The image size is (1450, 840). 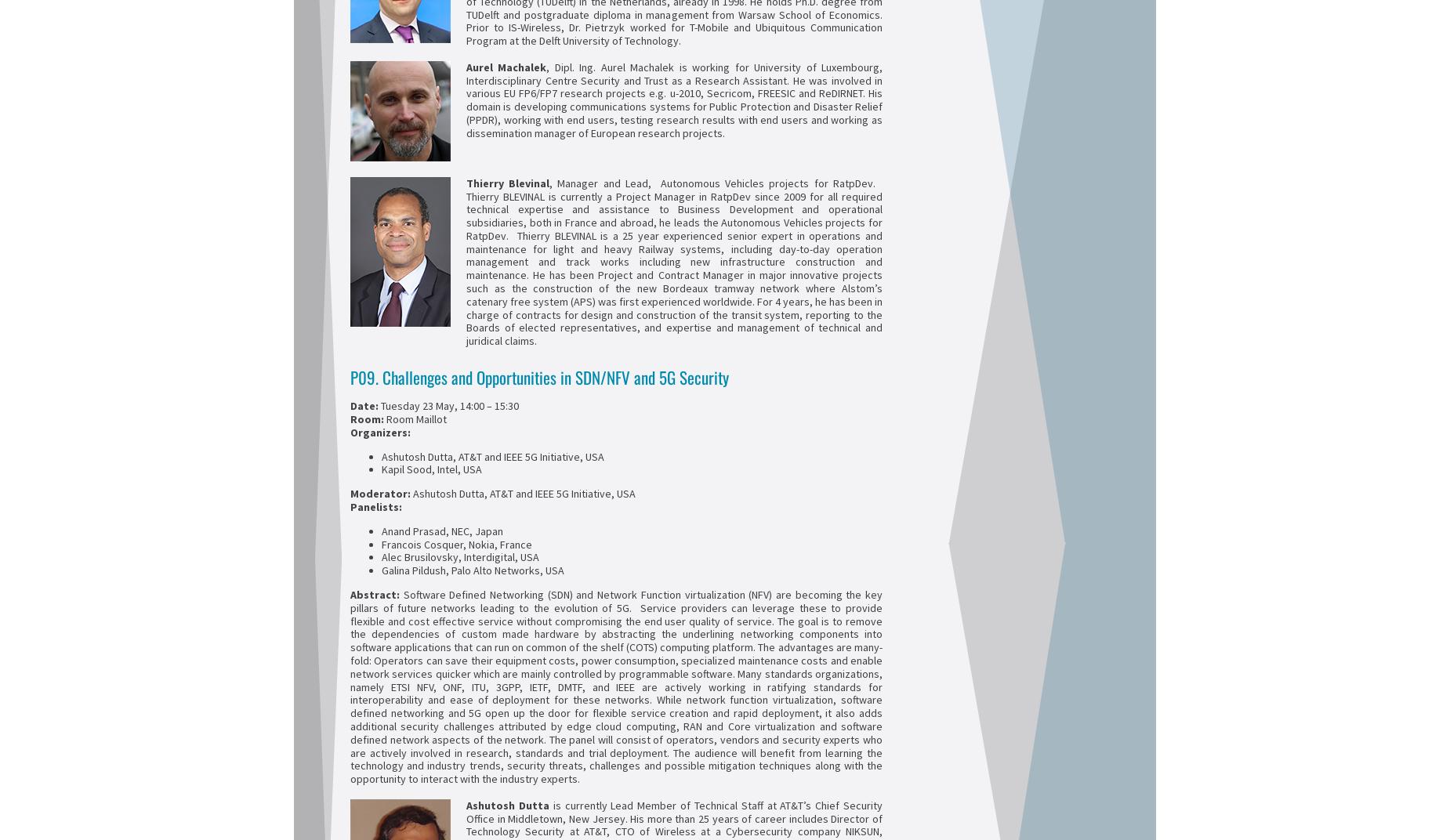 What do you see at coordinates (381, 469) in the screenshot?
I see `'Kapil Sood, Intel, USA'` at bounding box center [381, 469].